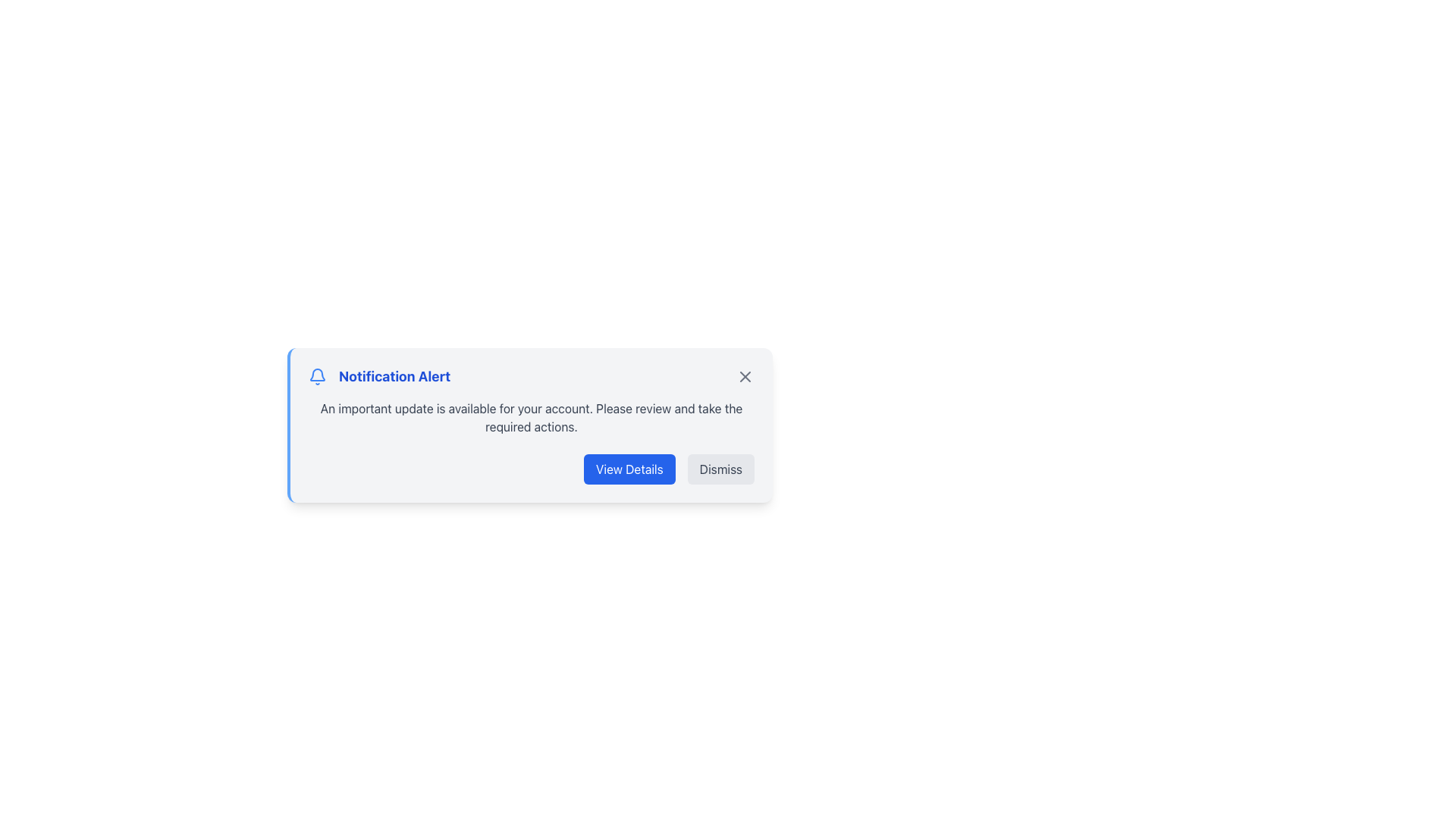  Describe the element at coordinates (379, 376) in the screenshot. I see `the 'Notification Alert' text label, which is located inside the notification box and is horizontally centered next to the bell icon` at that location.